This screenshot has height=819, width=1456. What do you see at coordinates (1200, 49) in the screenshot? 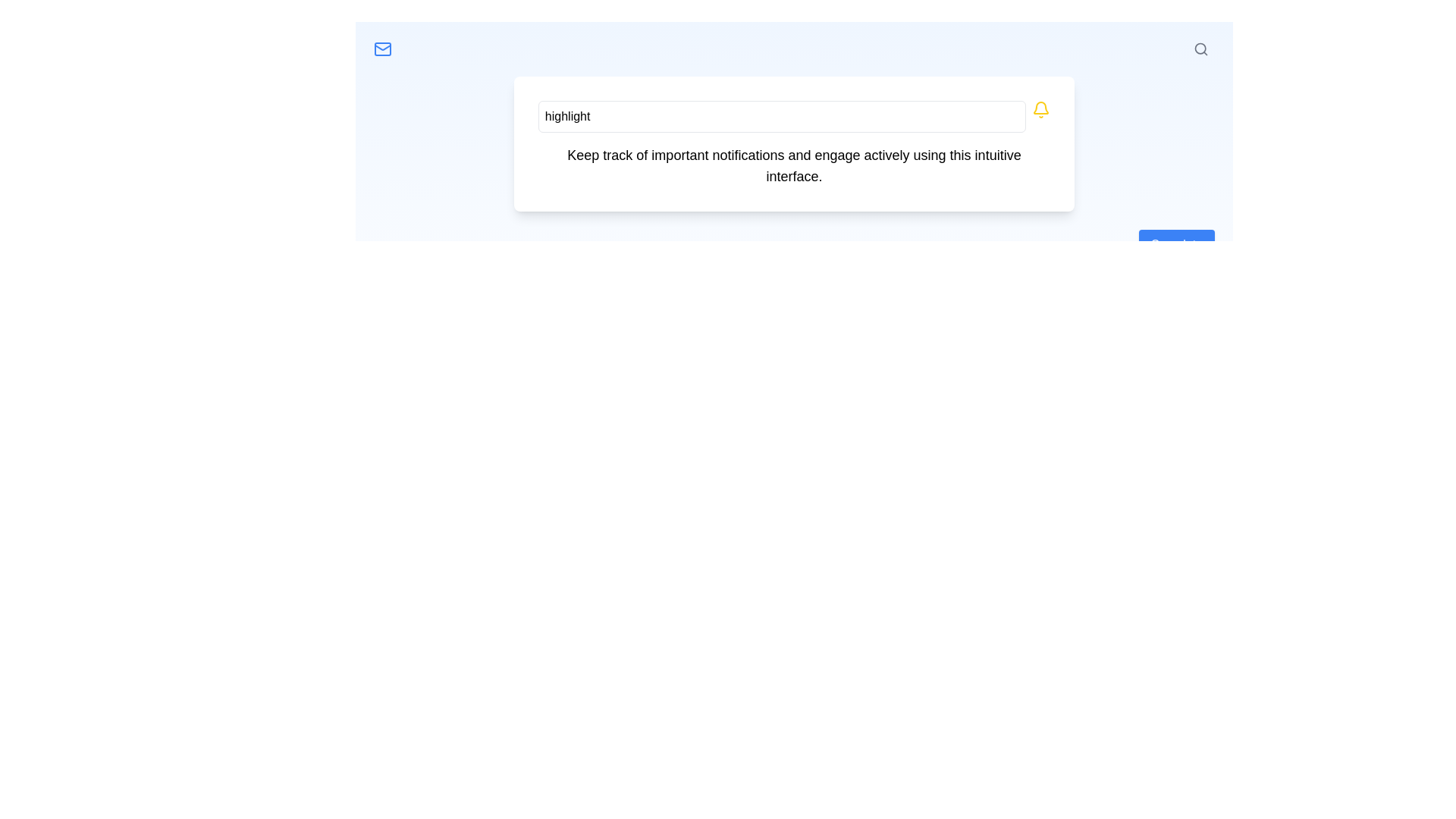
I see `the magnifying glass icon located at the top-right of the header bar` at bounding box center [1200, 49].